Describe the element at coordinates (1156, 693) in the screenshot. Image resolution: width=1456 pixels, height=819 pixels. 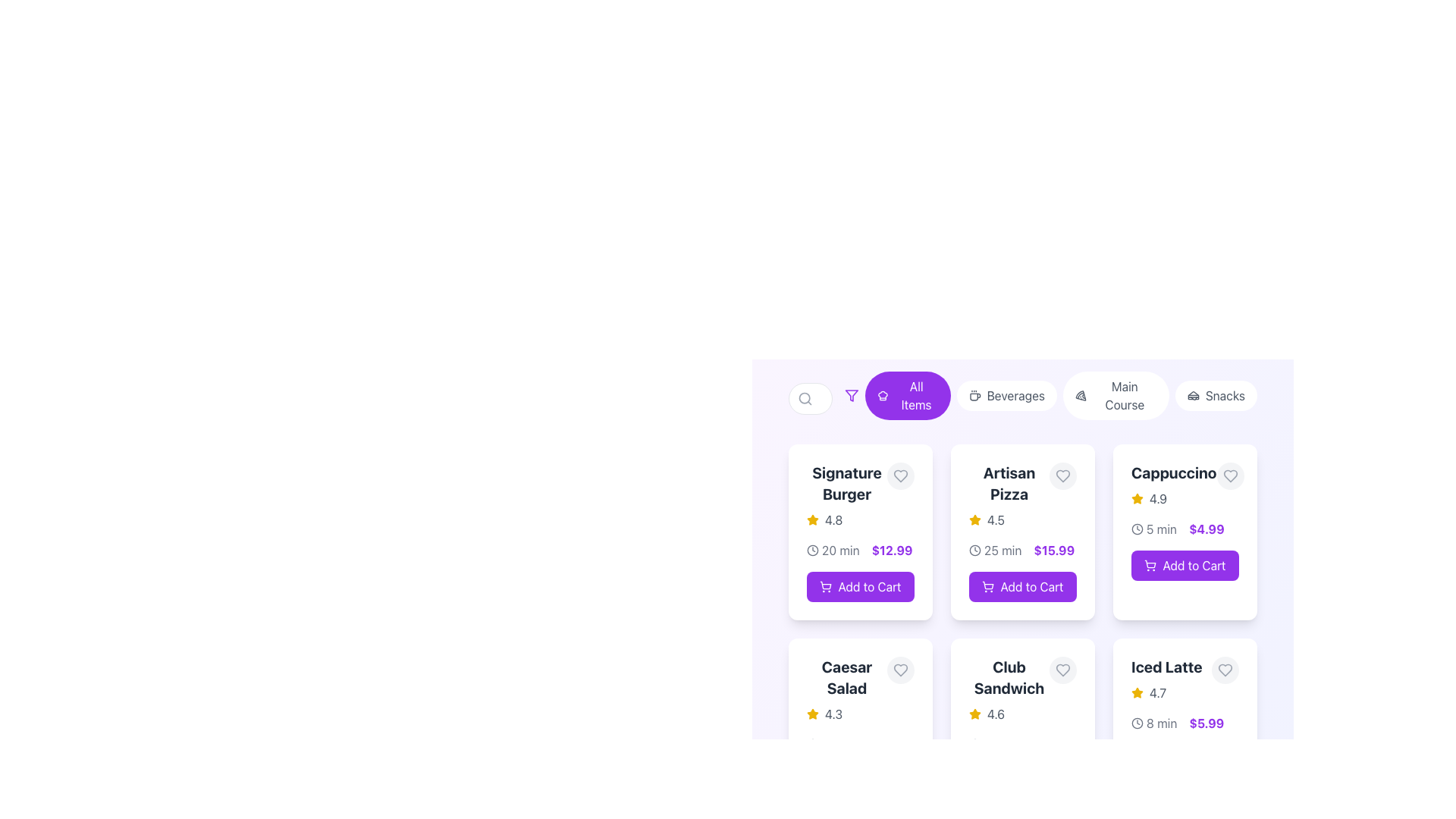
I see `the static text label displaying the average user rating for the 'Iced Latte' item, located in the bottom right section of the item grid` at that location.